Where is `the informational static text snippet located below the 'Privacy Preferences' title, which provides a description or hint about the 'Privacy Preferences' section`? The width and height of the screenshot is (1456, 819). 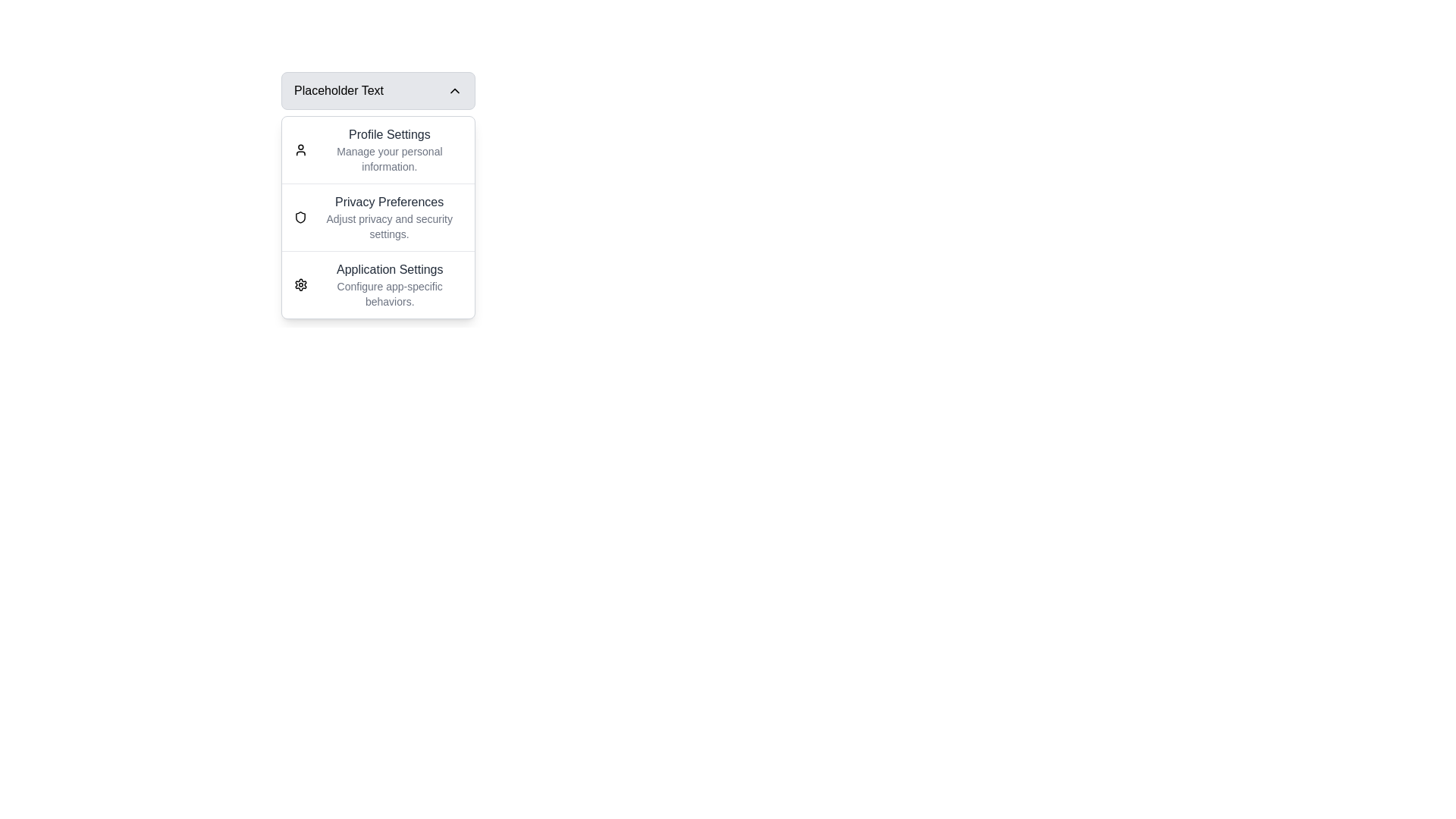 the informational static text snippet located below the 'Privacy Preferences' title, which provides a description or hint about the 'Privacy Preferences' section is located at coordinates (389, 227).